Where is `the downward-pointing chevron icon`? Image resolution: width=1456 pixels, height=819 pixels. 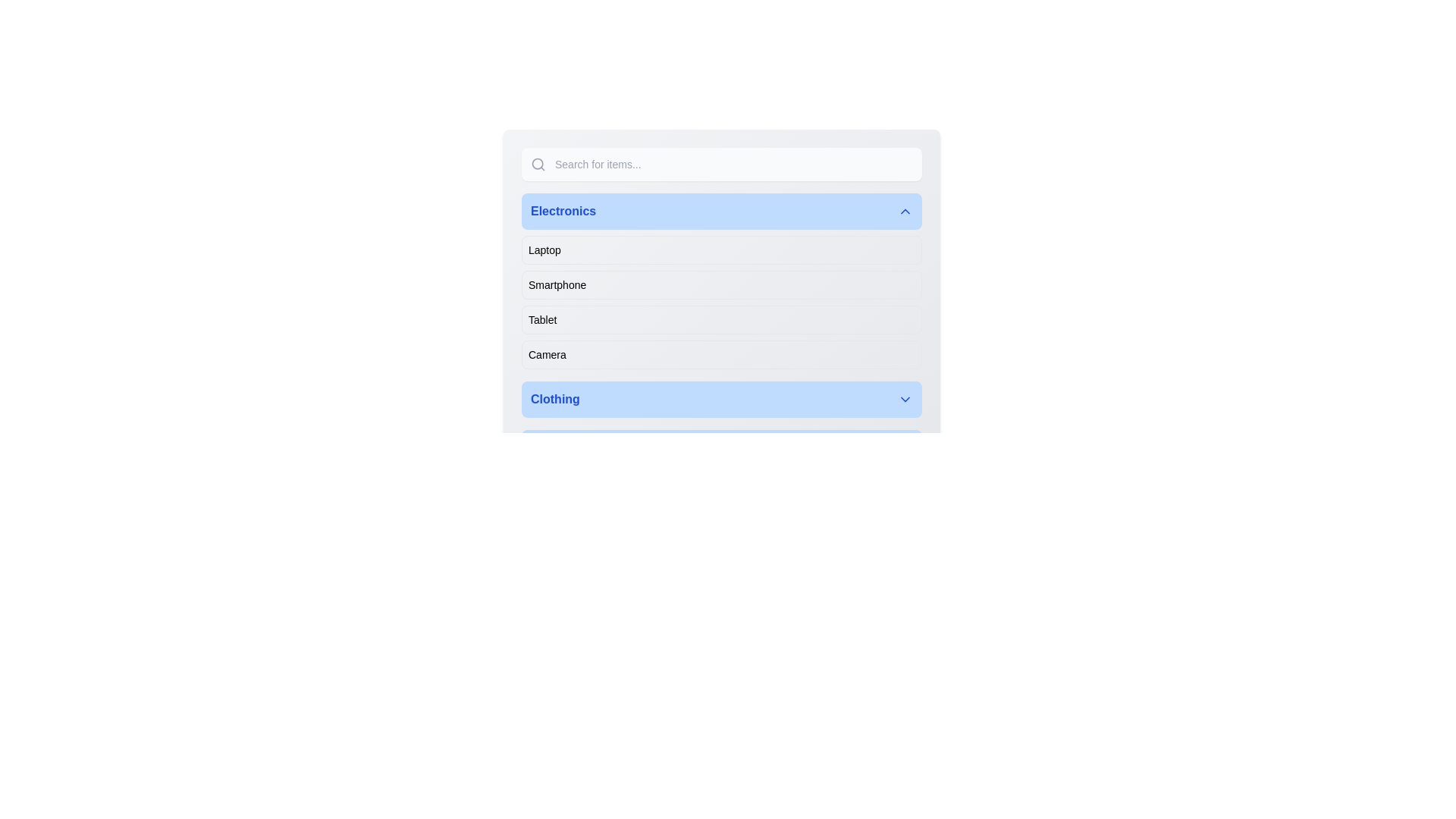 the downward-pointing chevron icon is located at coordinates (905, 399).